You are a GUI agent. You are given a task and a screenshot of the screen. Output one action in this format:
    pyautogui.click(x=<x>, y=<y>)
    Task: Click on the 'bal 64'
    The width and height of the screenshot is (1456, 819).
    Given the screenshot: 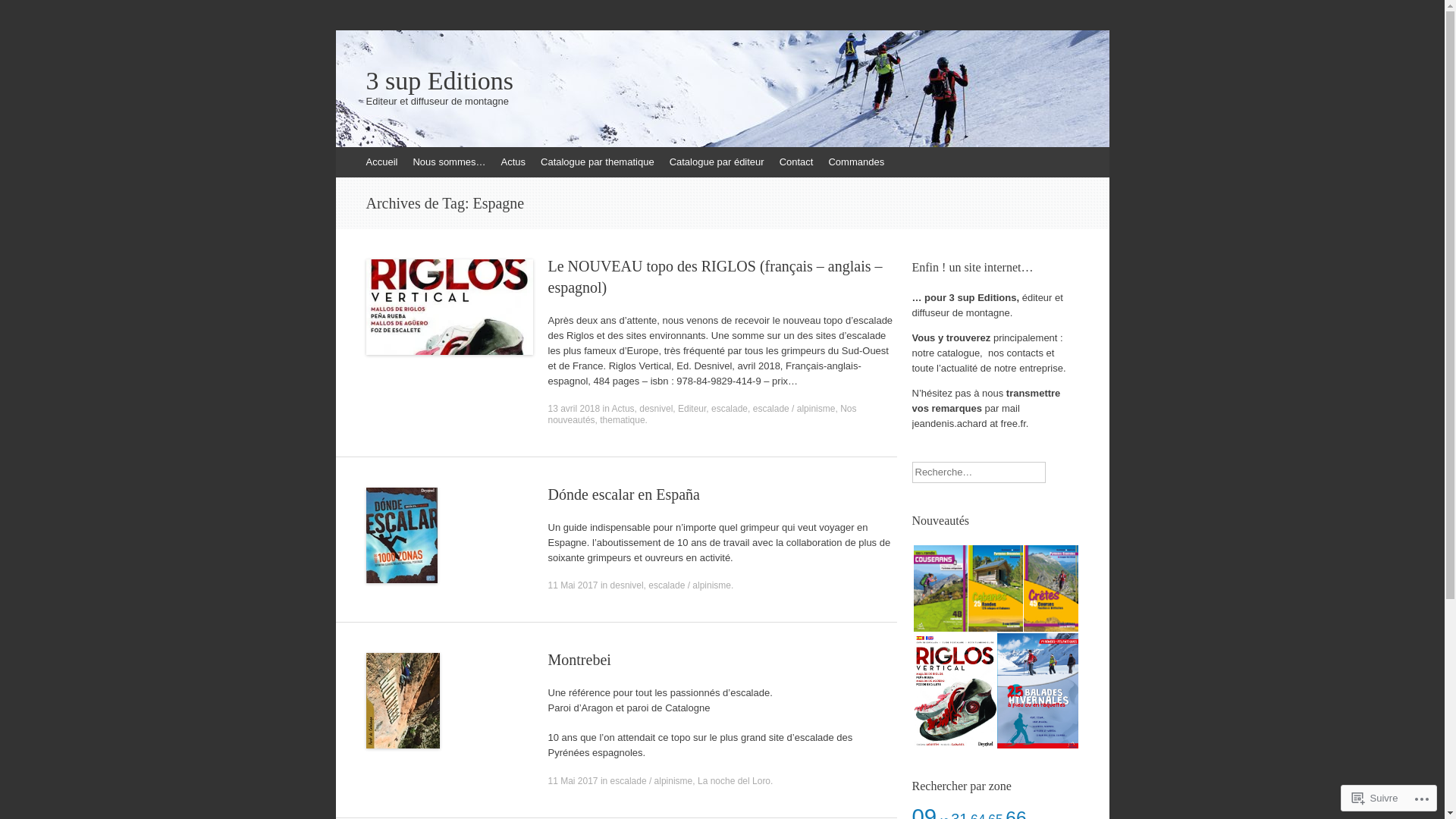 What is the action you would take?
    pyautogui.click(x=1036, y=691)
    